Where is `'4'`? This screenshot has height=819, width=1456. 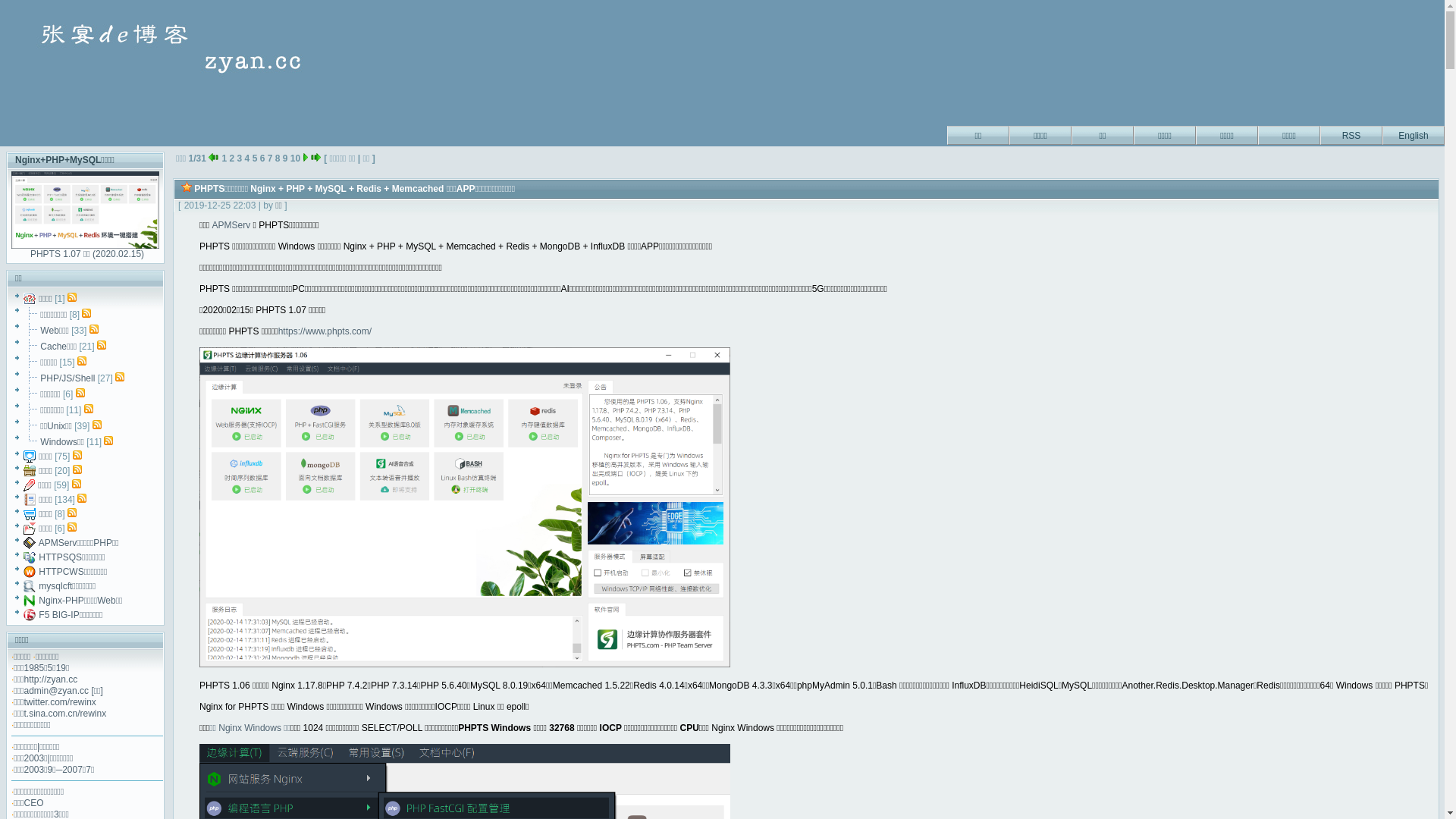 '4' is located at coordinates (247, 158).